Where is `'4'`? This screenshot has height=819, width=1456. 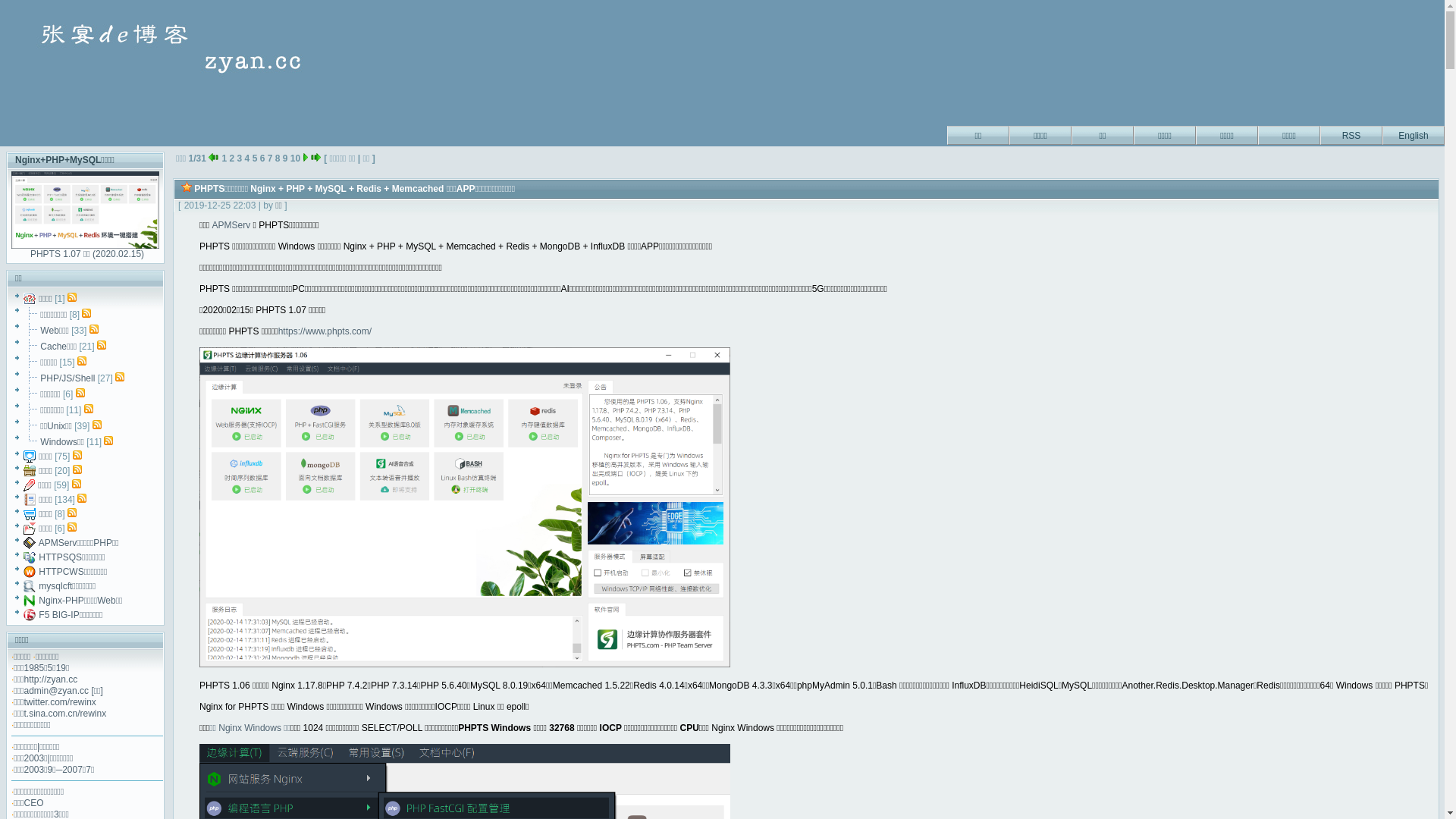 '4' is located at coordinates (247, 158).